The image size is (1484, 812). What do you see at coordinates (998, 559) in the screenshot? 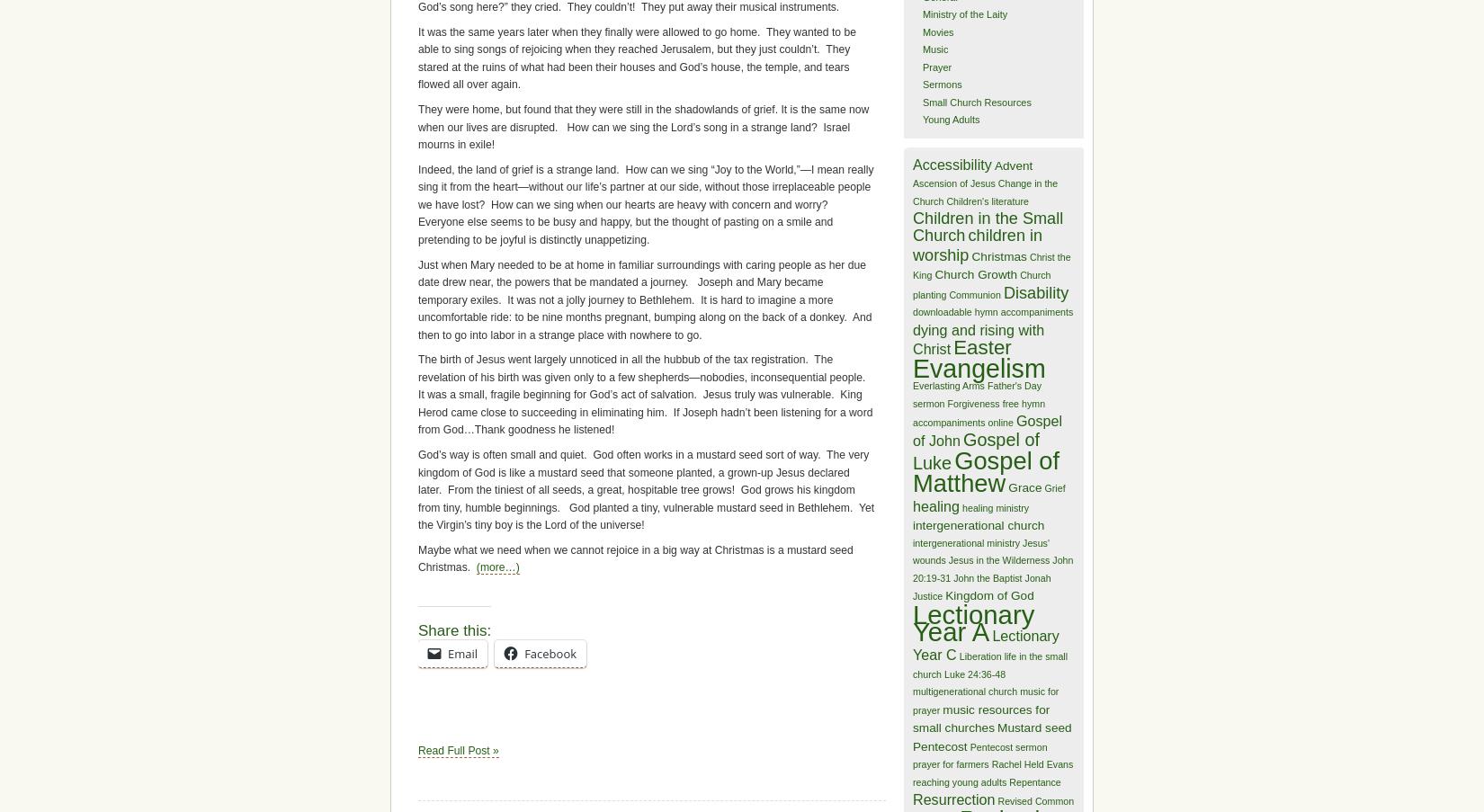
I see `'Jesus in the Wilderness'` at bounding box center [998, 559].